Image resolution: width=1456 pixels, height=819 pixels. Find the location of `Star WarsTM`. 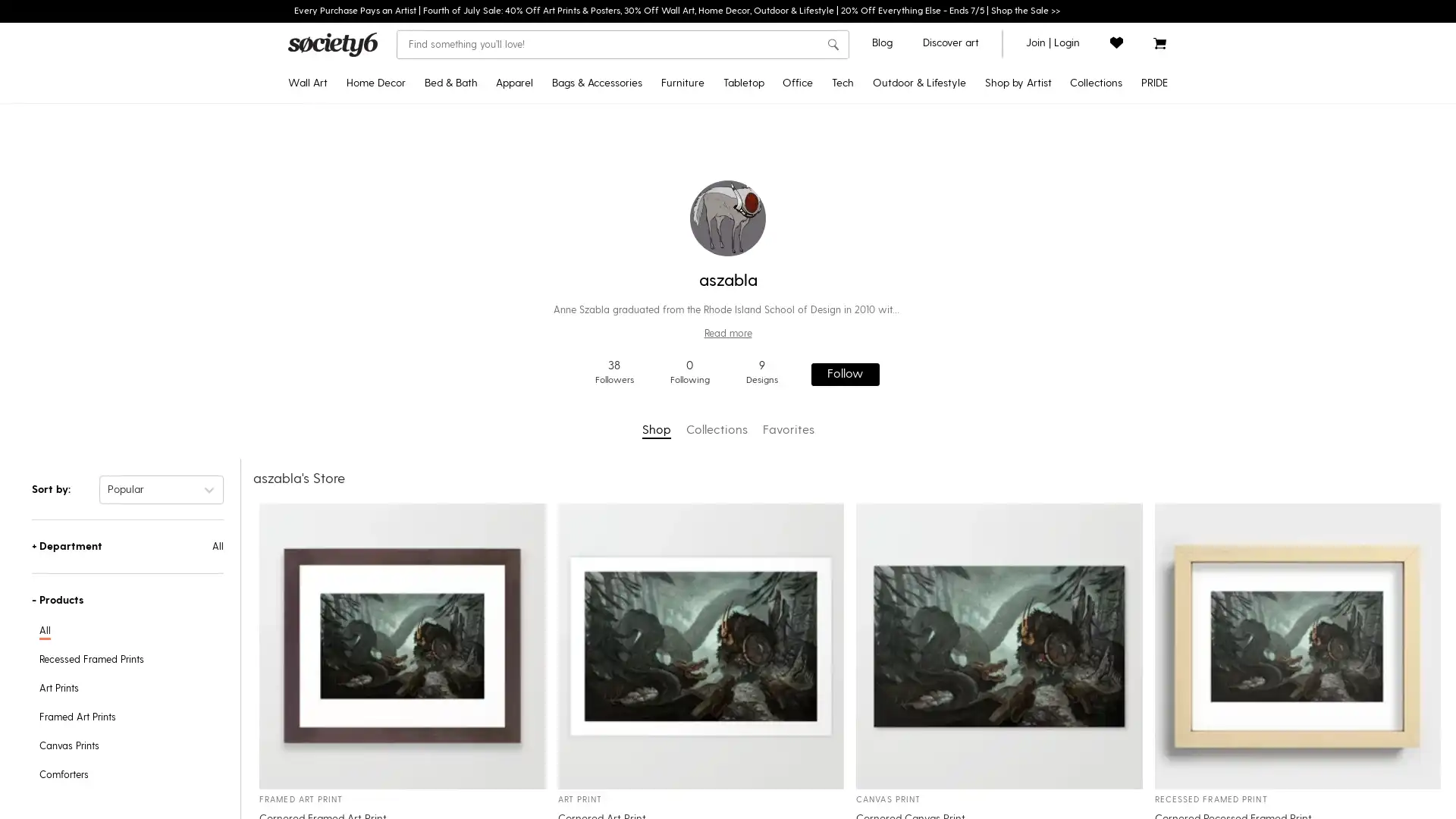

Star WarsTM is located at coordinates (977, 146).